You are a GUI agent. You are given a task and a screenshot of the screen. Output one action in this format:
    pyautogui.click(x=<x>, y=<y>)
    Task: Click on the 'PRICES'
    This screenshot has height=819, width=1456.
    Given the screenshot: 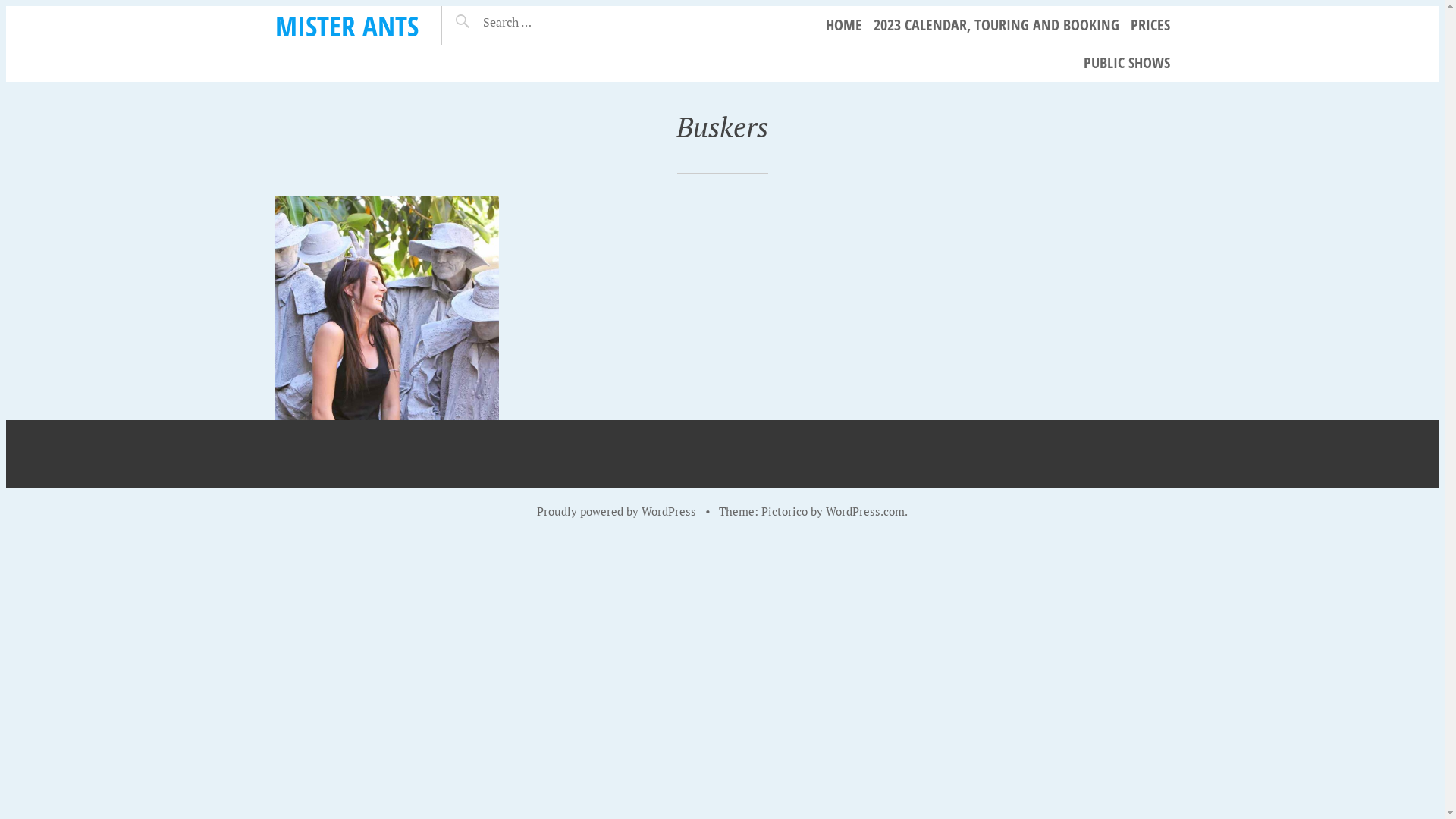 What is the action you would take?
    pyautogui.click(x=1150, y=25)
    